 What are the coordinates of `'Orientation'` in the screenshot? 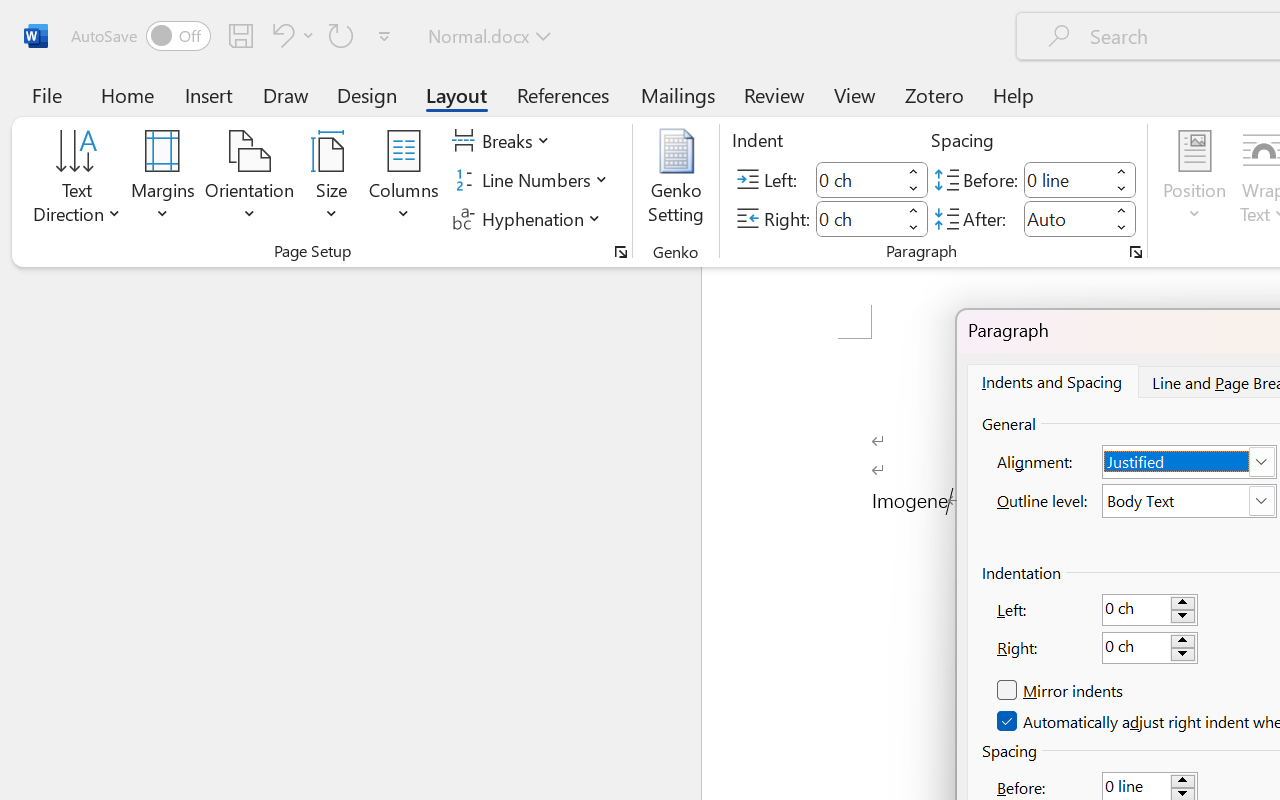 It's located at (249, 179).